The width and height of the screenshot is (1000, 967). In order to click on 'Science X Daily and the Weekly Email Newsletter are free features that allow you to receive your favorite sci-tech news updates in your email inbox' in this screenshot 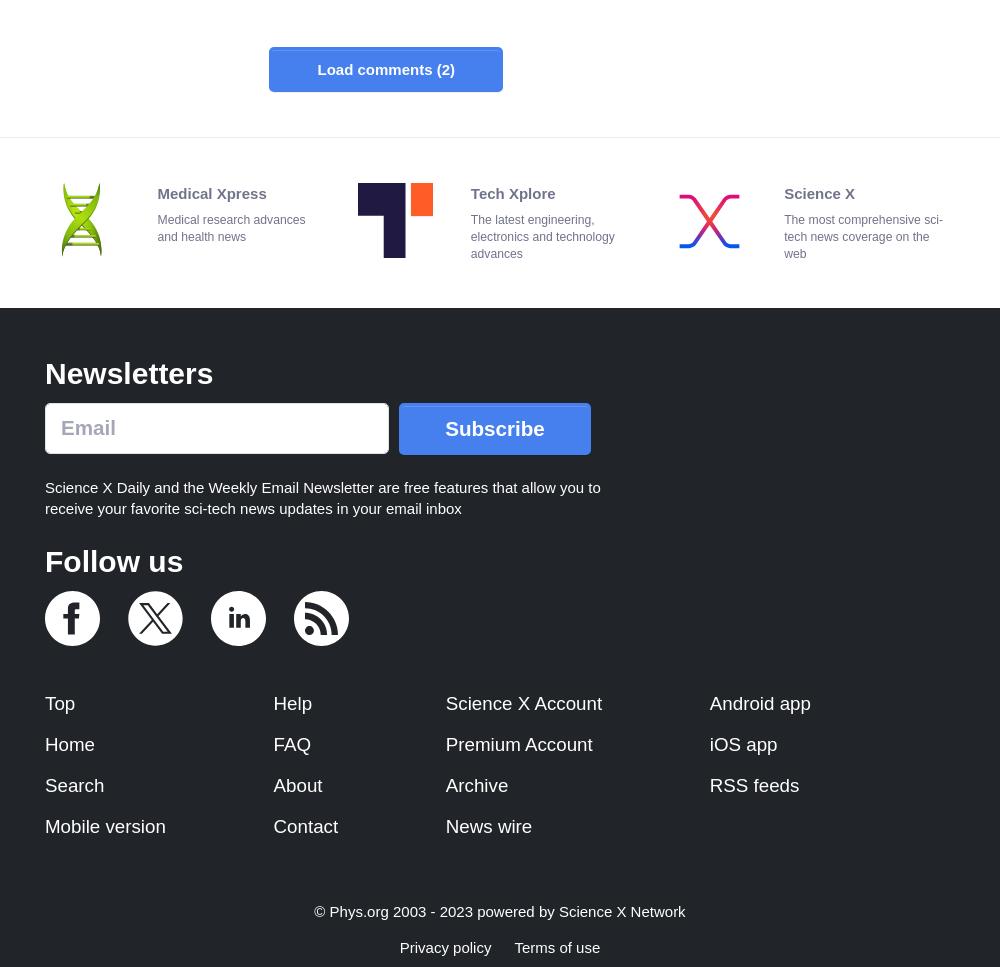, I will do `click(321, 496)`.